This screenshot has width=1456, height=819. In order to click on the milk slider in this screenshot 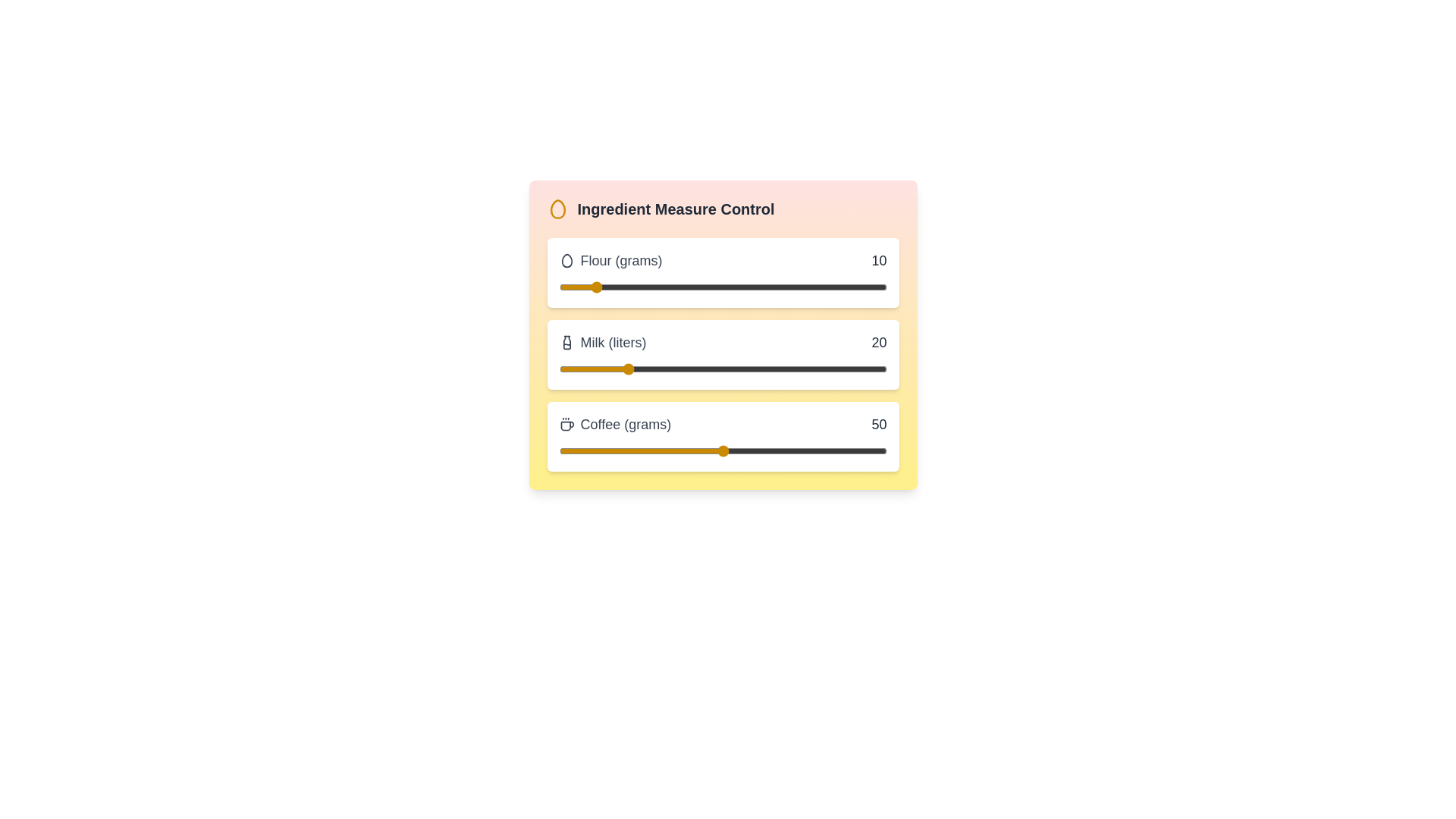, I will do `click(864, 369)`.